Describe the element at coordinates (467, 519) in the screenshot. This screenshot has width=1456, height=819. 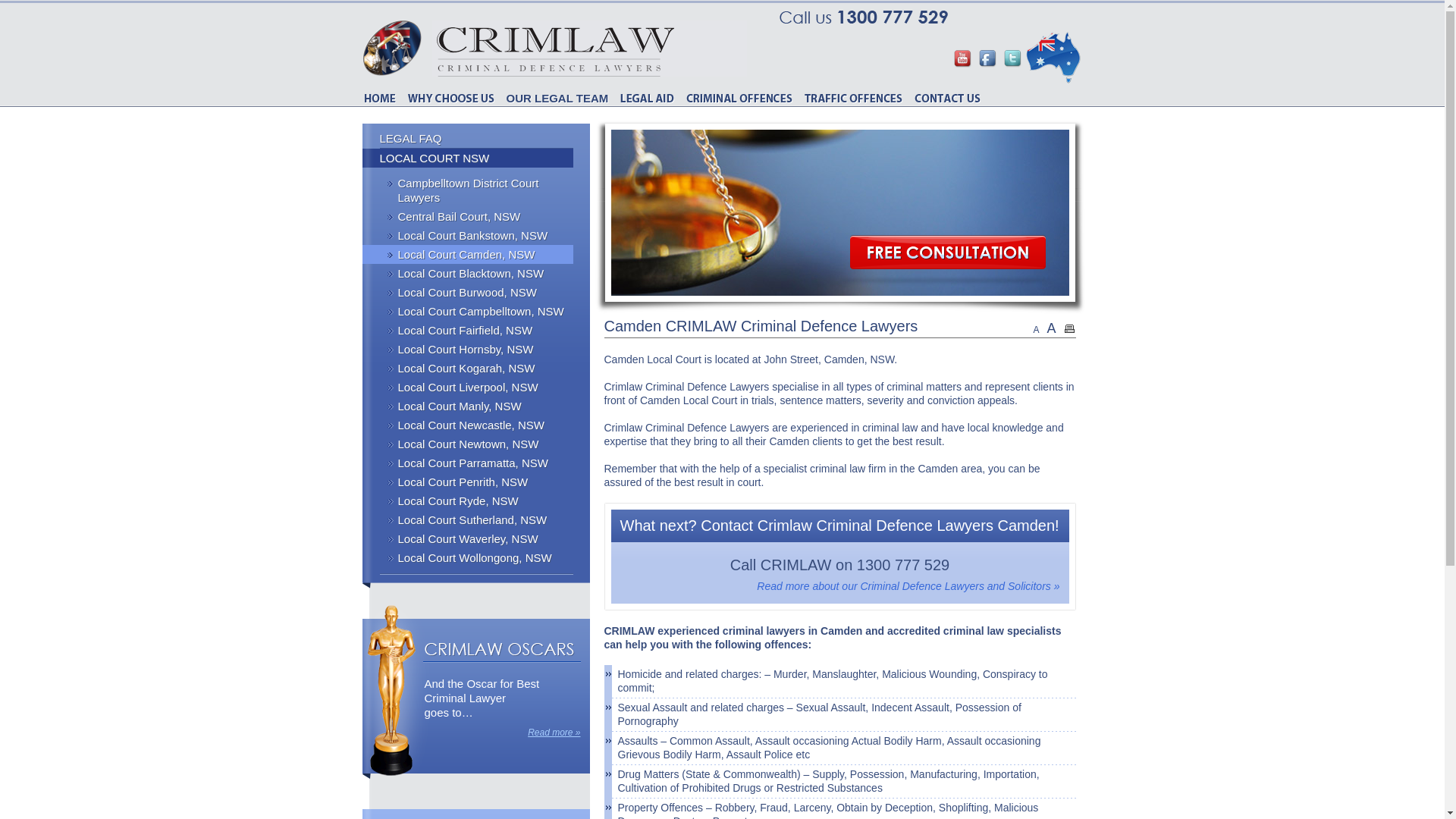
I see `'Local Court Sutherland, NSW'` at that location.